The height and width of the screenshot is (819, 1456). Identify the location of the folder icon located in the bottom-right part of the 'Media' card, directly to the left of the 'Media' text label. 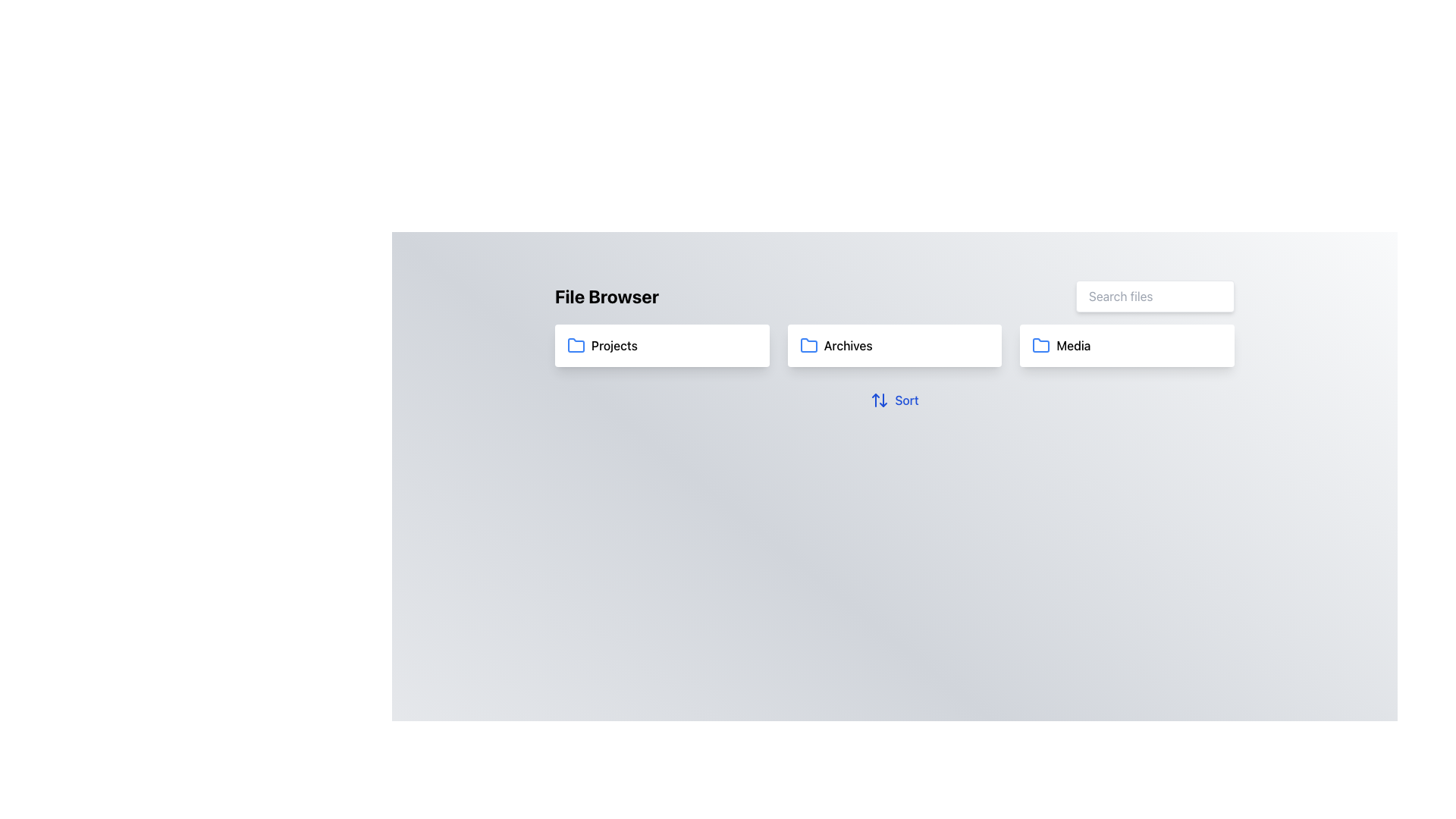
(1040, 345).